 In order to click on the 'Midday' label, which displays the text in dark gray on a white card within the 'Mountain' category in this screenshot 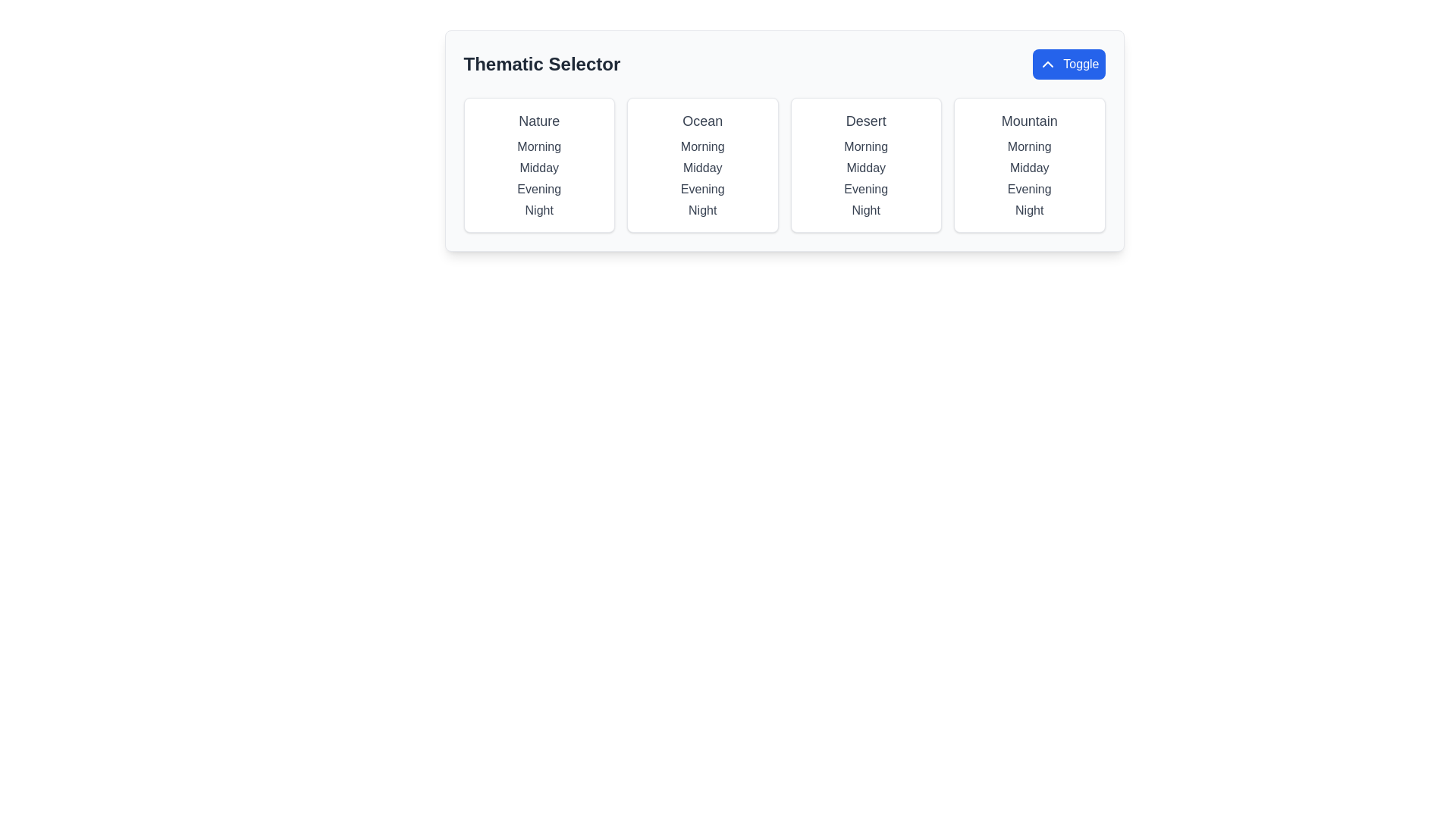, I will do `click(1029, 168)`.